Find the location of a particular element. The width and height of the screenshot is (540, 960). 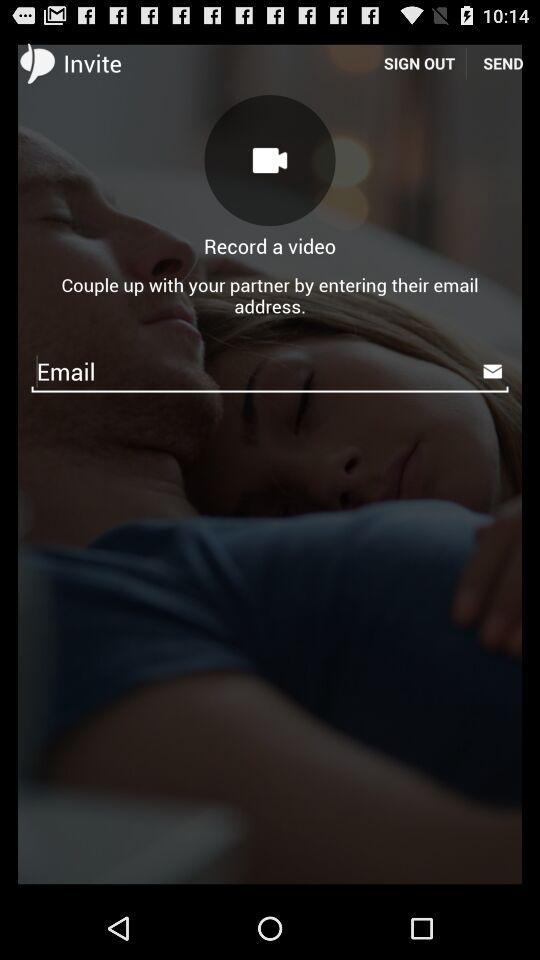

the sign out item is located at coordinates (418, 62).